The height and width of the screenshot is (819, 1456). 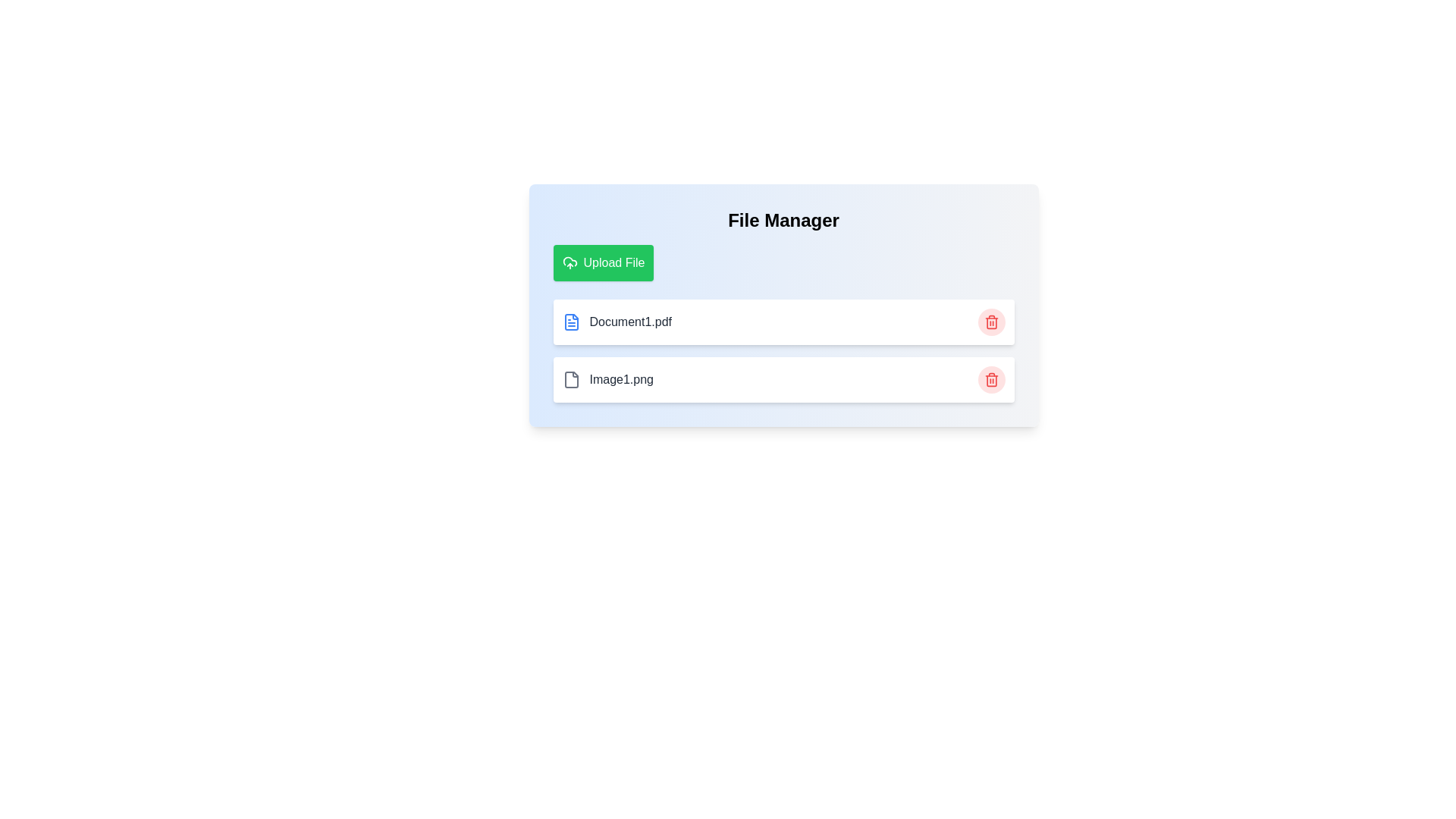 What do you see at coordinates (607, 379) in the screenshot?
I see `the file item representing 'Image1.png' in the file management interface, which consists of a static icon and a text label` at bounding box center [607, 379].